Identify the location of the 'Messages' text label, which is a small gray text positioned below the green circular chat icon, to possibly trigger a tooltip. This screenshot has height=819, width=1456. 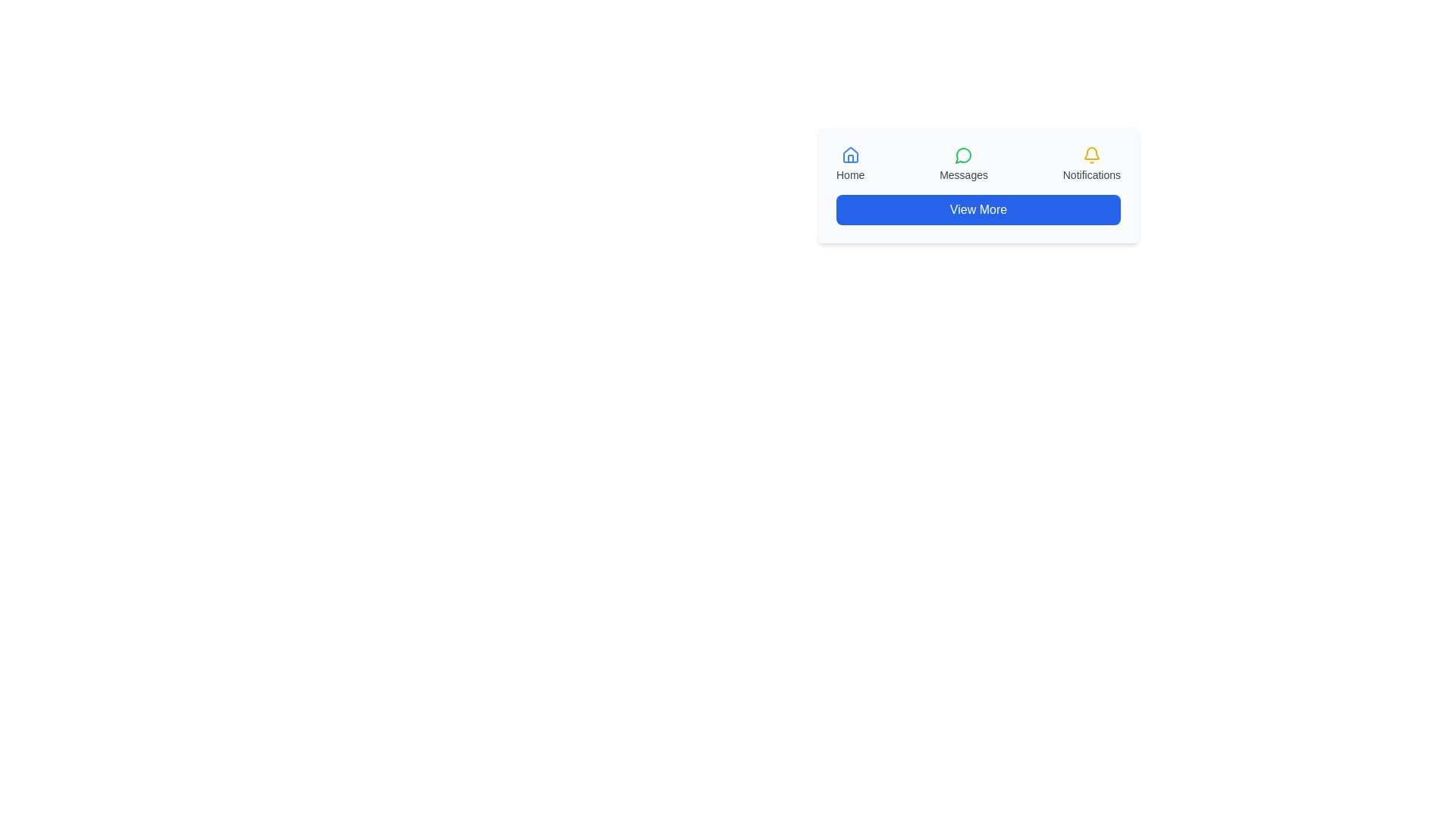
(963, 174).